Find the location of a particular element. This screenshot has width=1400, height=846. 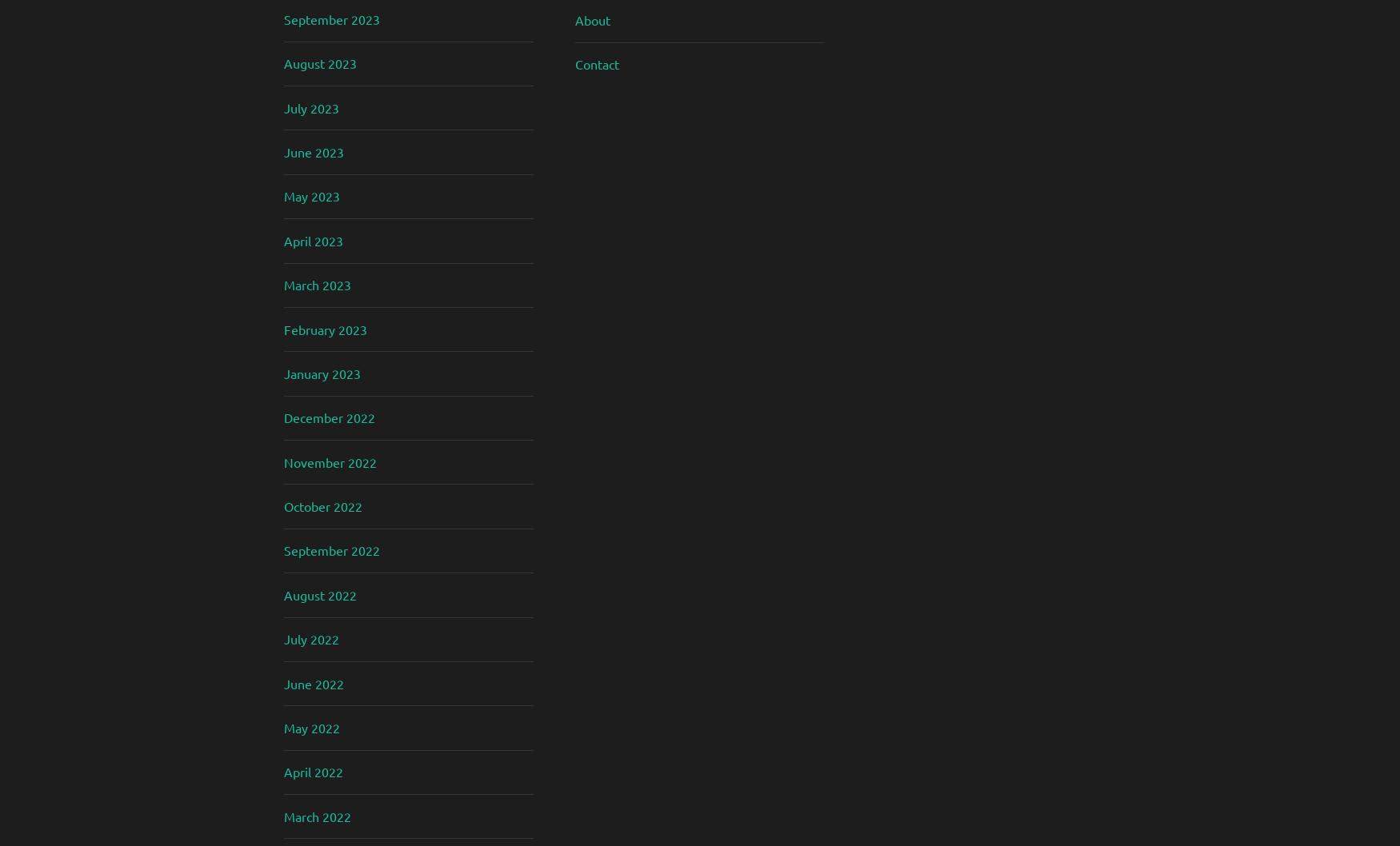

'June 2022' is located at coordinates (284, 682).